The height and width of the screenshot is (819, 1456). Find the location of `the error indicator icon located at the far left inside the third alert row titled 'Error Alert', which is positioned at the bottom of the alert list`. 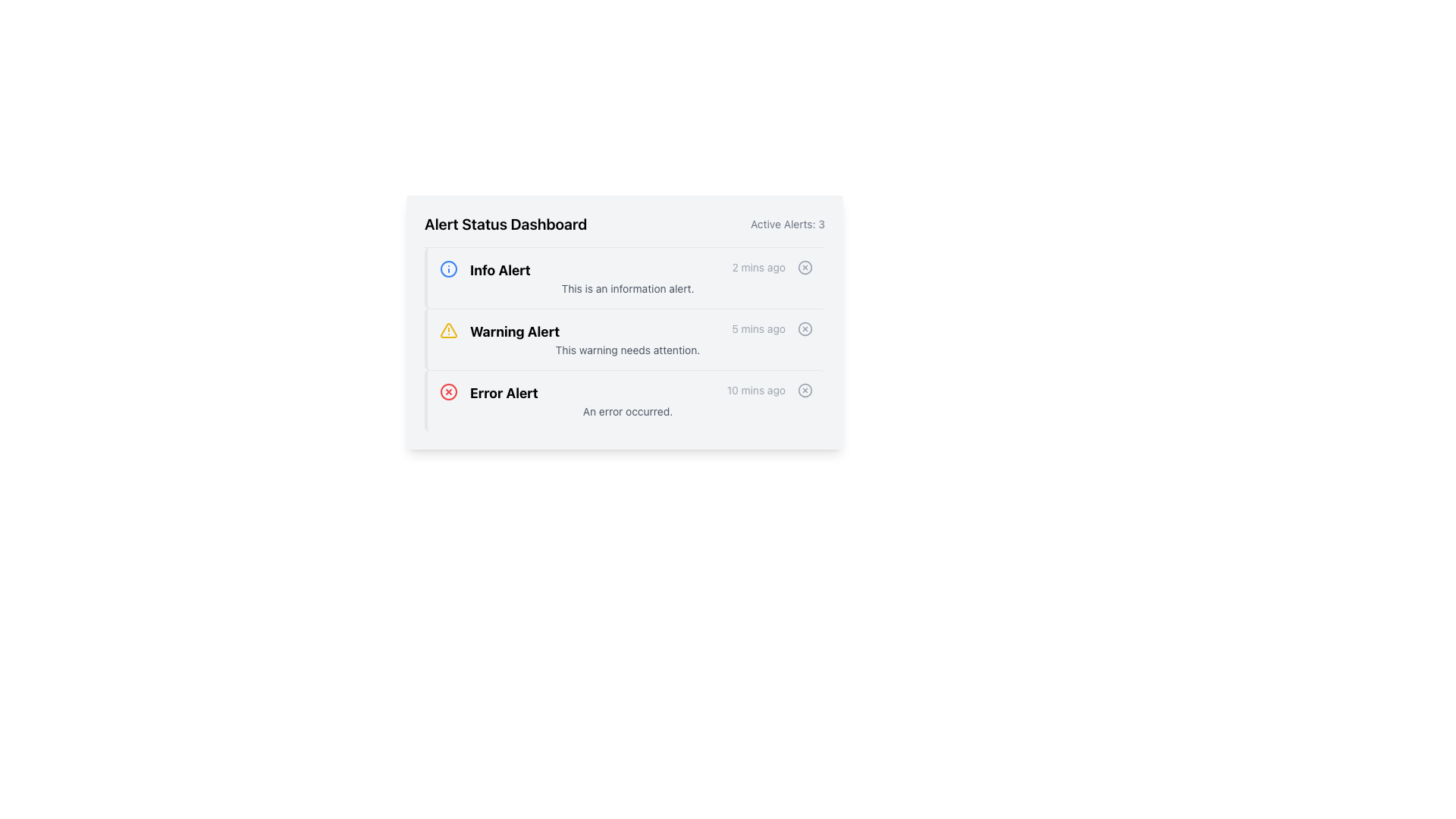

the error indicator icon located at the far left inside the third alert row titled 'Error Alert', which is positioned at the bottom of the alert list is located at coordinates (447, 391).